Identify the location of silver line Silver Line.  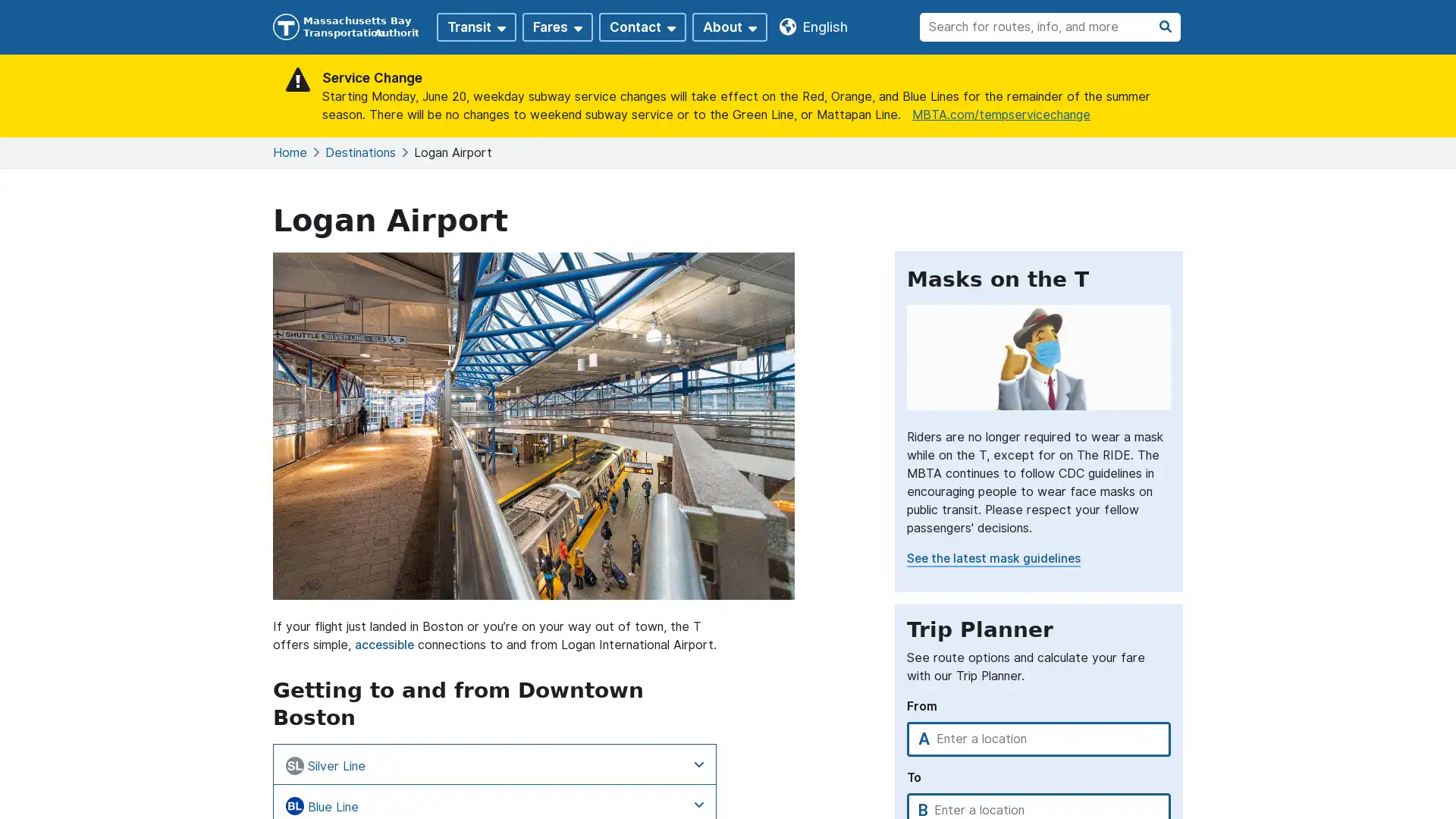
(494, 764).